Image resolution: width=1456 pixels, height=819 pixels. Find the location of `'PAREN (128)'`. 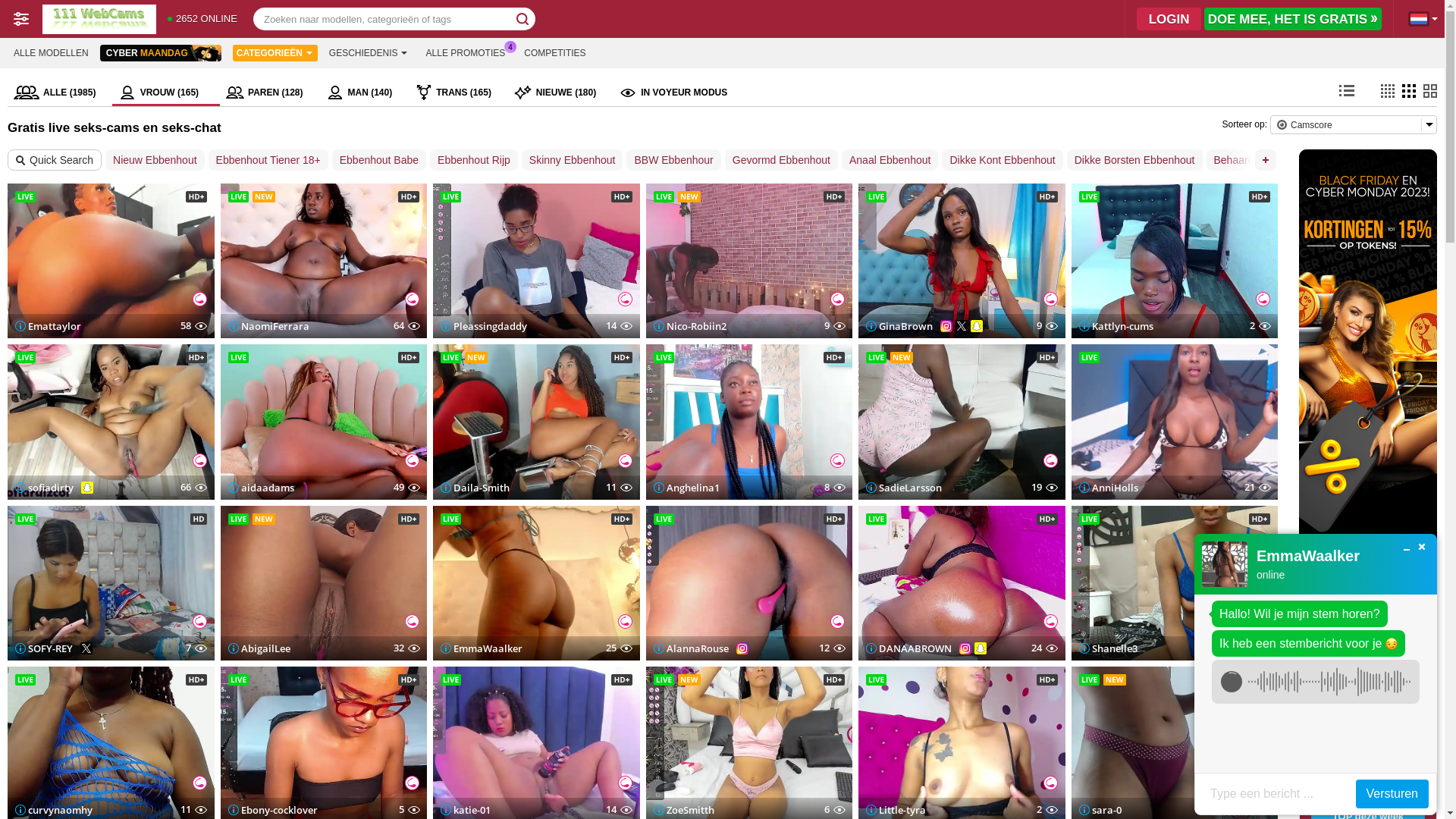

'PAREN (128)' is located at coordinates (269, 93).